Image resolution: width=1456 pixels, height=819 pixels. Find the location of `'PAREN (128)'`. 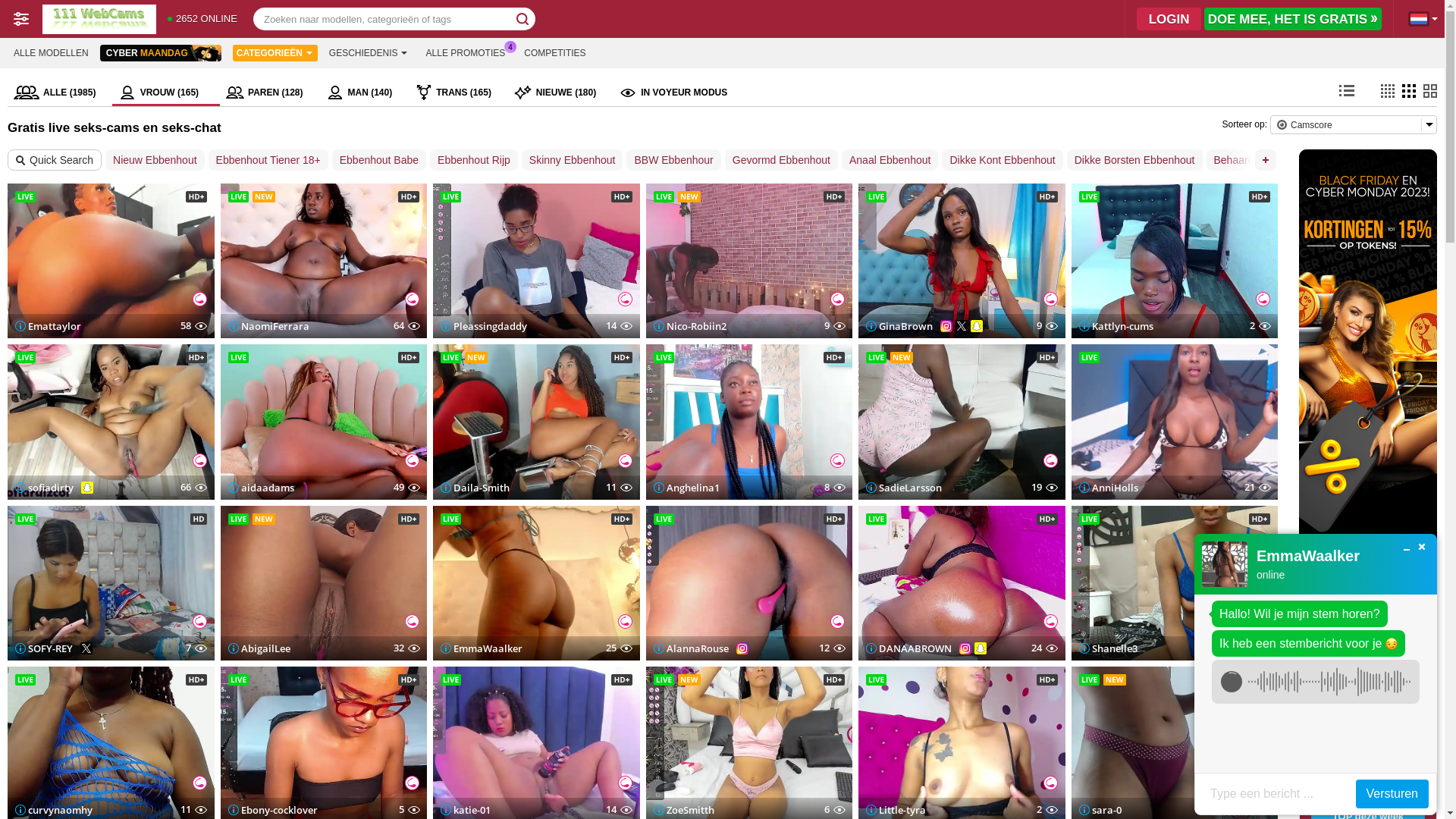

'PAREN (128)' is located at coordinates (269, 93).